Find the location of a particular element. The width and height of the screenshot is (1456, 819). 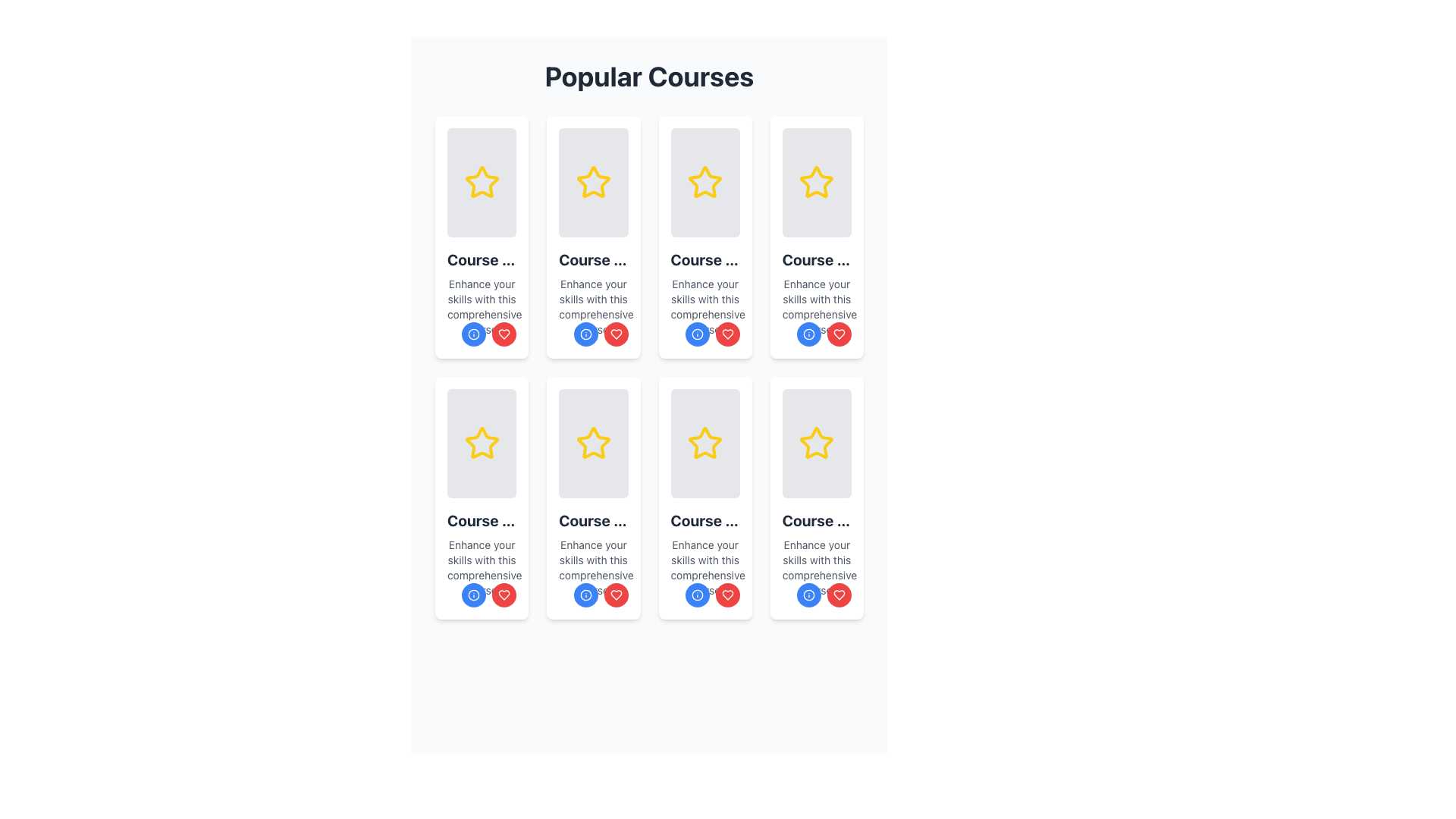

the visual placeholder with a light gray background and a yellow star icon, located in the third column of the first row under 'Popular Courses' is located at coordinates (704, 181).